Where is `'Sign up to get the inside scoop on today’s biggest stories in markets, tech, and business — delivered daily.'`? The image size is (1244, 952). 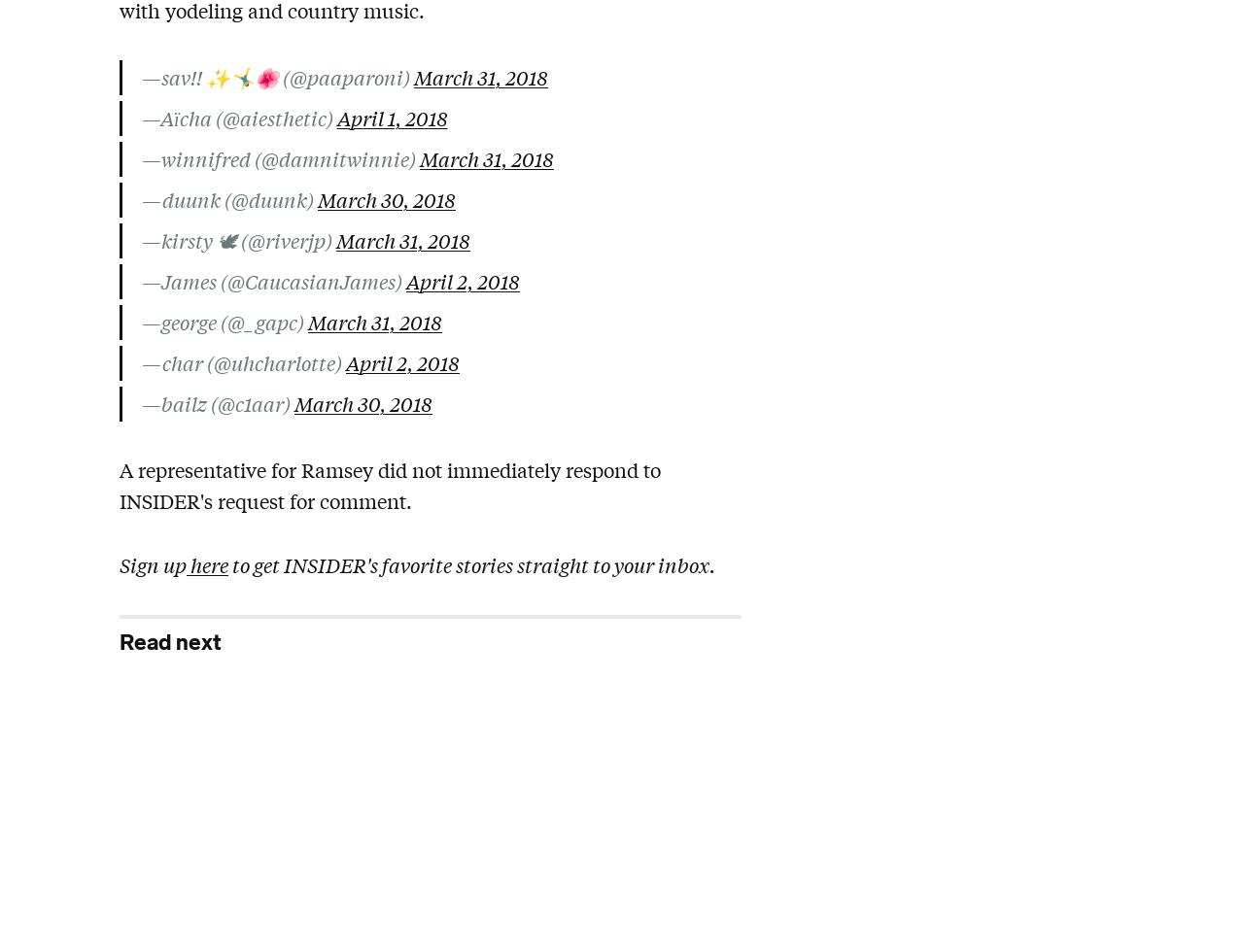 'Sign up to get the inside scoop on today’s biggest stories in markets, tech, and business — delivered daily.' is located at coordinates (119, 770).